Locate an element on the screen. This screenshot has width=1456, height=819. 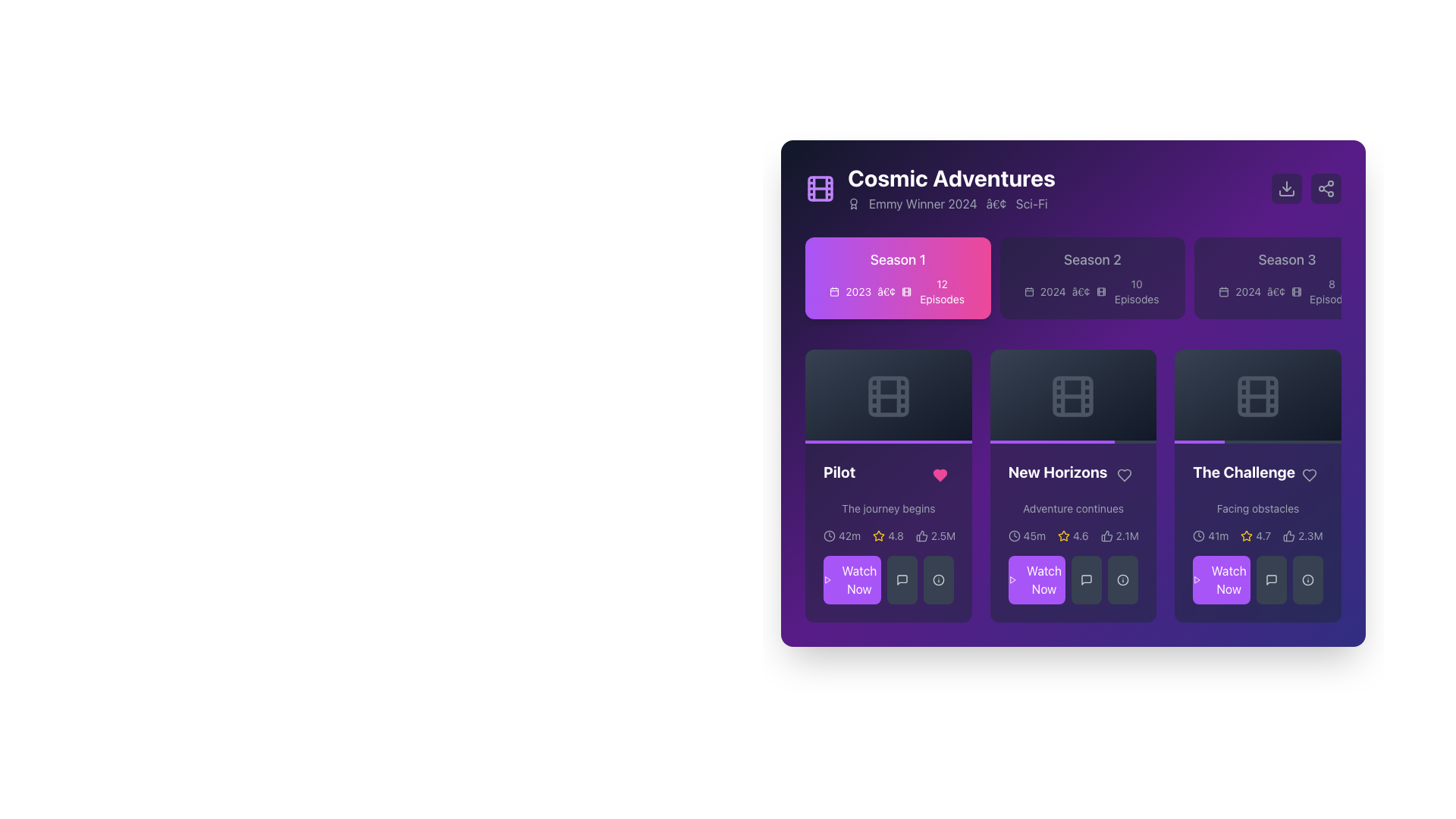
the heart icon (unfilled outline) located in the bottom section of the 'Pilot' card under 'Season 1' is located at coordinates (1309, 473).